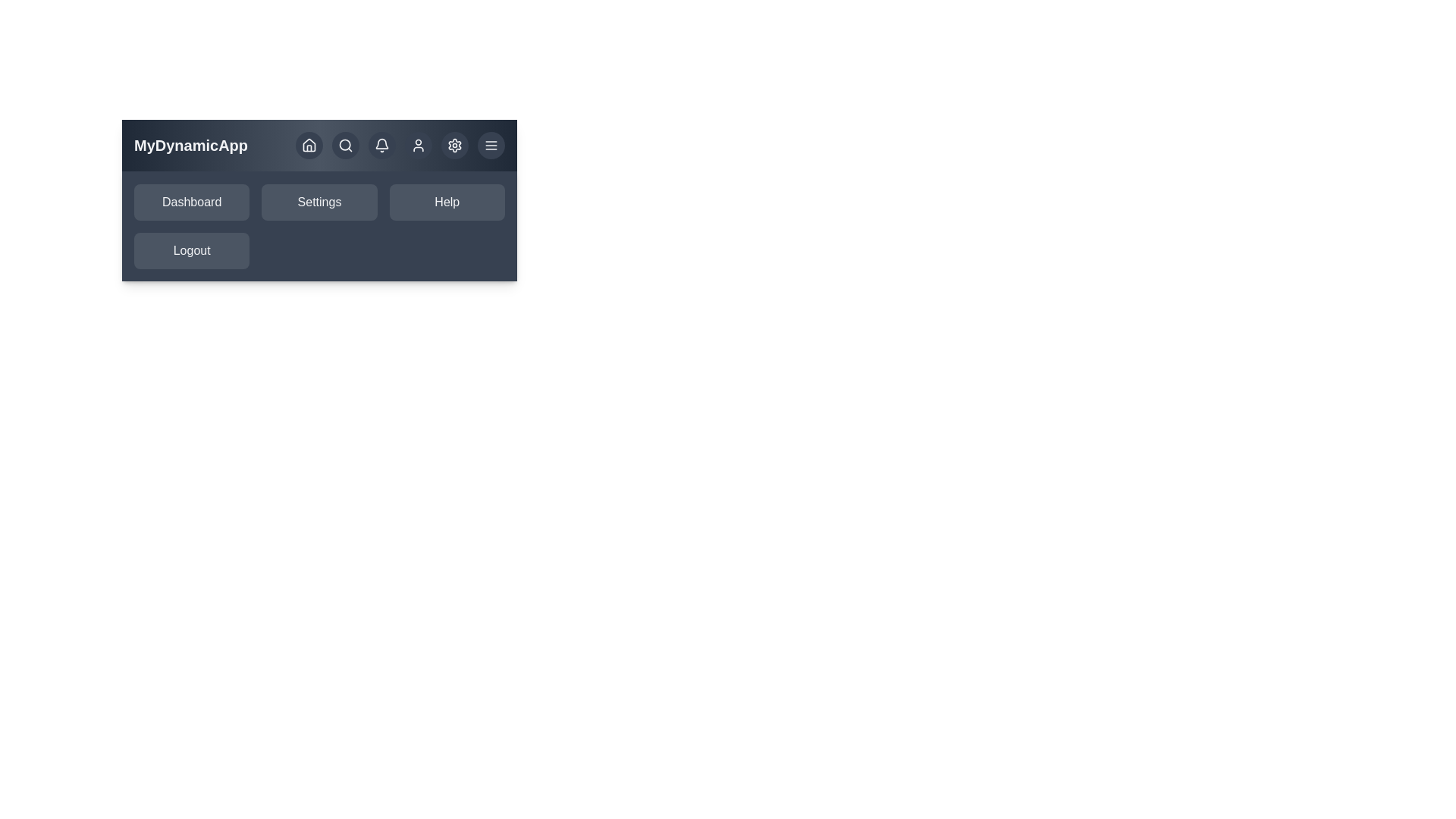 The image size is (1456, 819). I want to click on menu toggle button to expand or collapse the menu, so click(491, 146).